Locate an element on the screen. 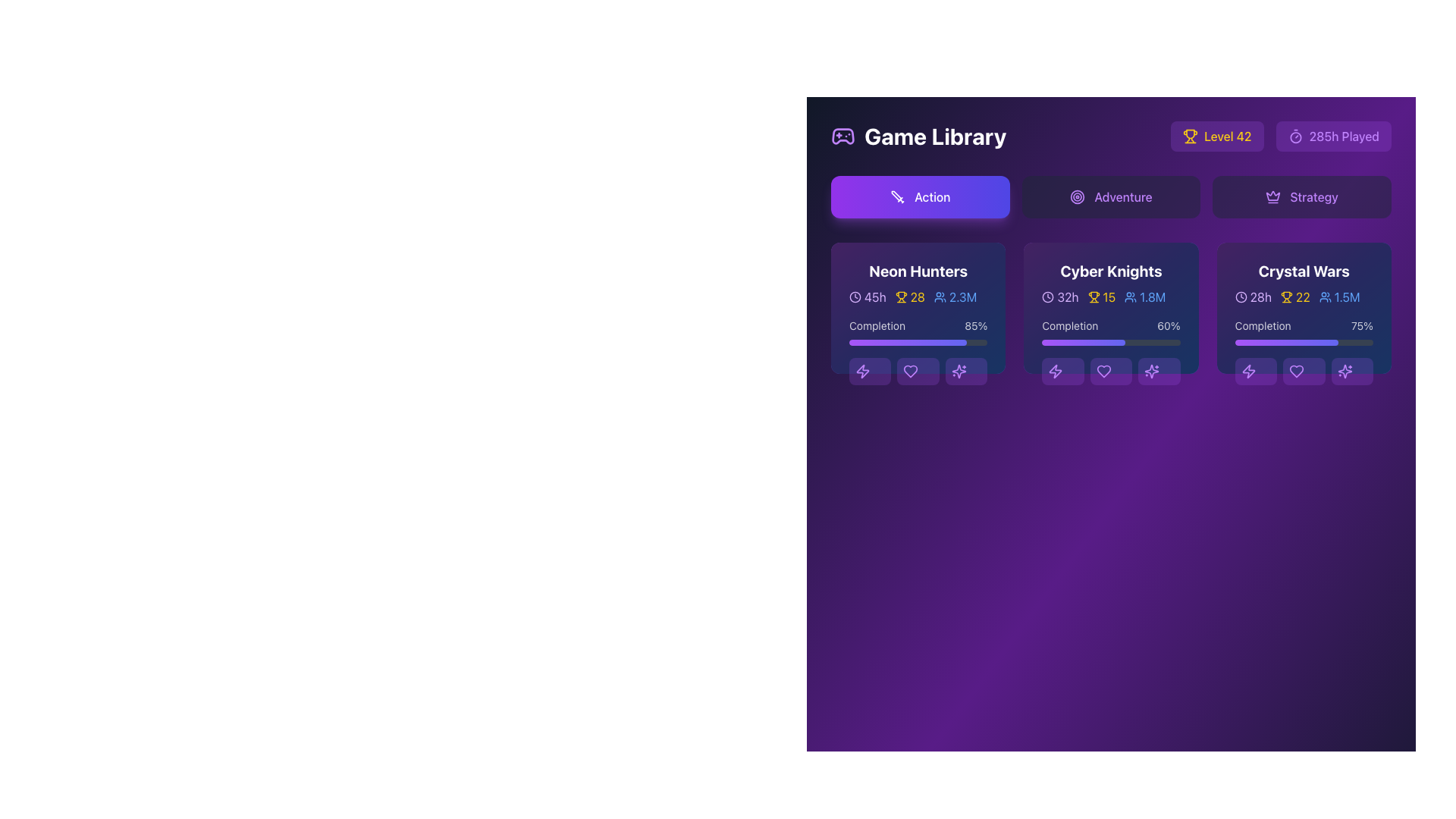  the Statistical Summary Displayer, which consists of three grouped text and icon segments: a clock icon with '45h' in purple, a trophy icon with '28' in yellow, and a user icon with '2.3M' in blue, located below the 'Neon Hunters' title and above the 'Completion' progress bar is located at coordinates (918, 297).